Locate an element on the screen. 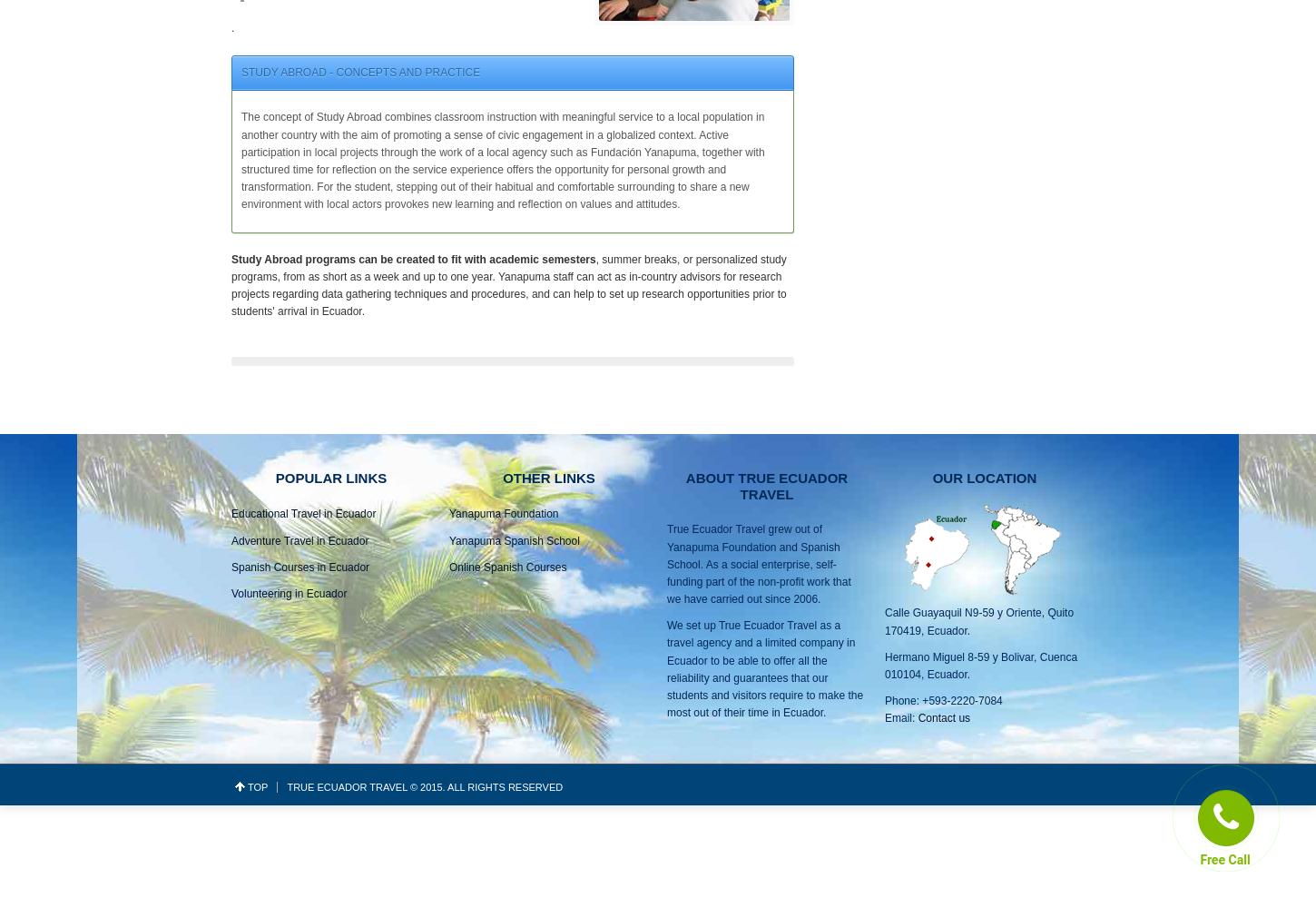 This screenshot has height=908, width=1316. ', summer breaks, or personalized study programs, from as short as a week and up to one year. Yanapuma staff can act as in-country advisors for research projects regarding data gathering techniques and procedures, and can help to set up research opportunities prior to students' arrival in Ecuador.' is located at coordinates (508, 284).